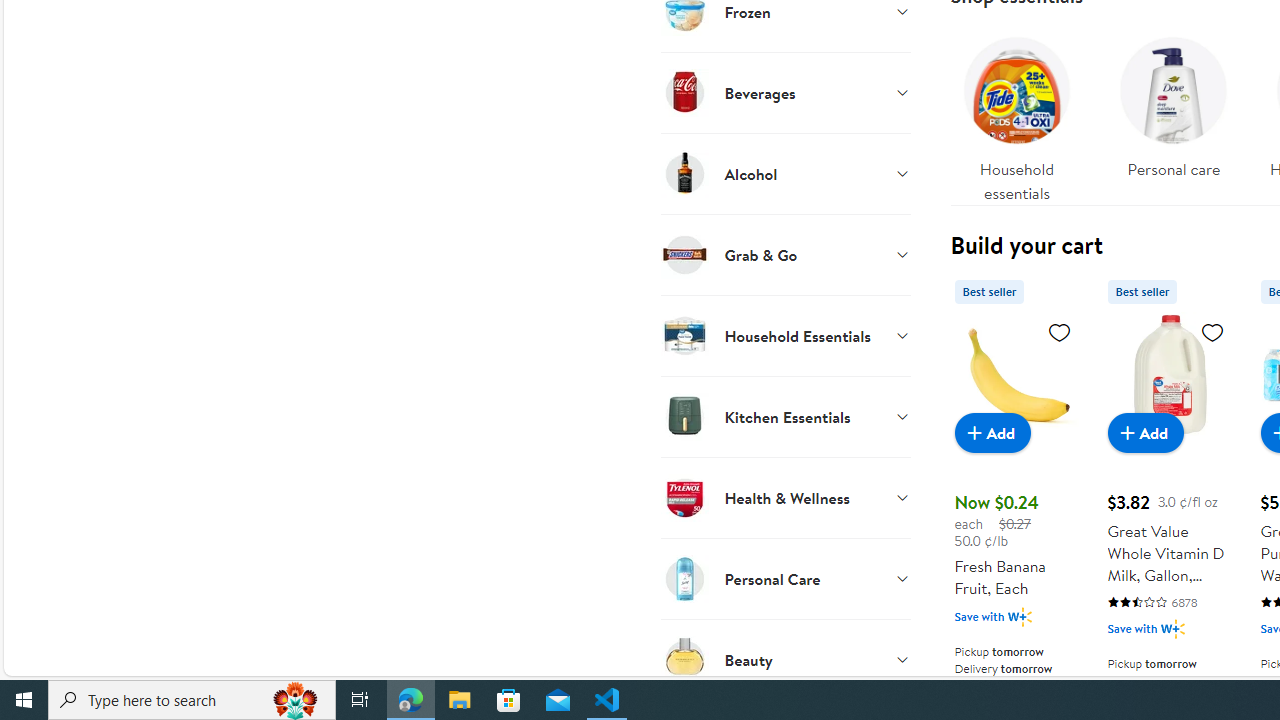  What do you see at coordinates (1016, 374) in the screenshot?
I see `'Fresh Banana Fruit, Each'` at bounding box center [1016, 374].